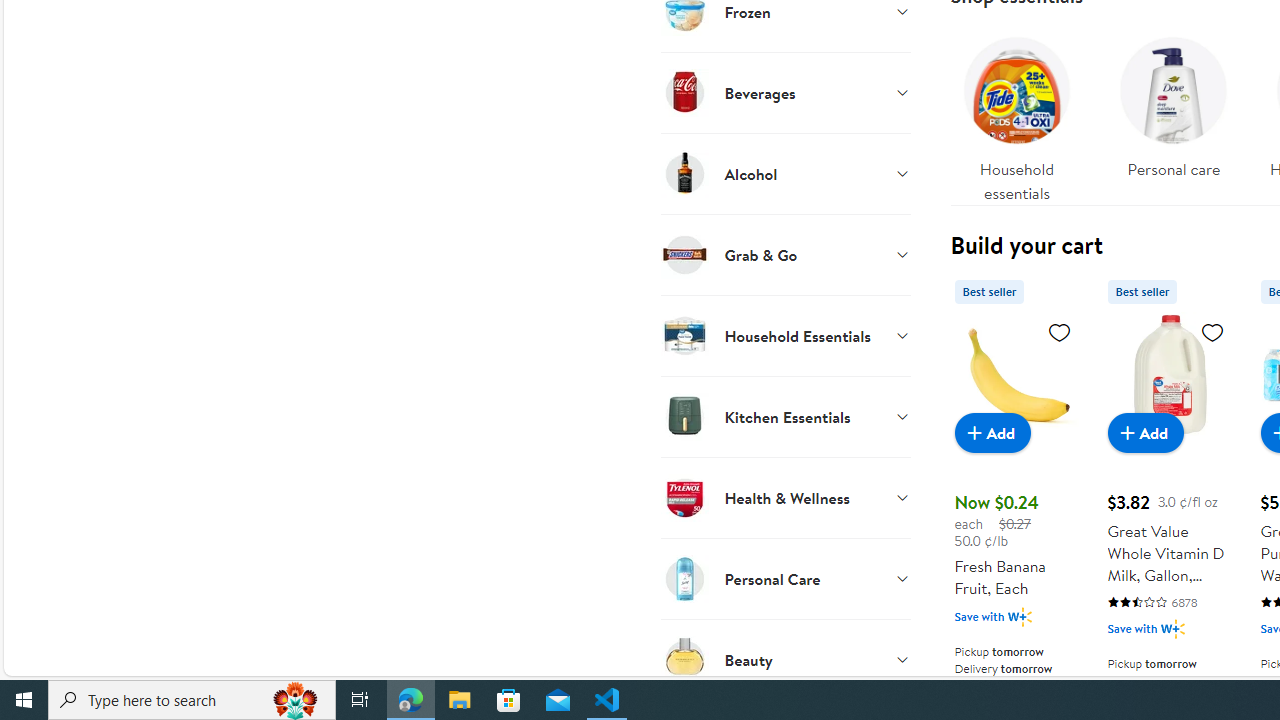  What do you see at coordinates (1016, 374) in the screenshot?
I see `'Fresh Banana Fruit, Each'` at bounding box center [1016, 374].